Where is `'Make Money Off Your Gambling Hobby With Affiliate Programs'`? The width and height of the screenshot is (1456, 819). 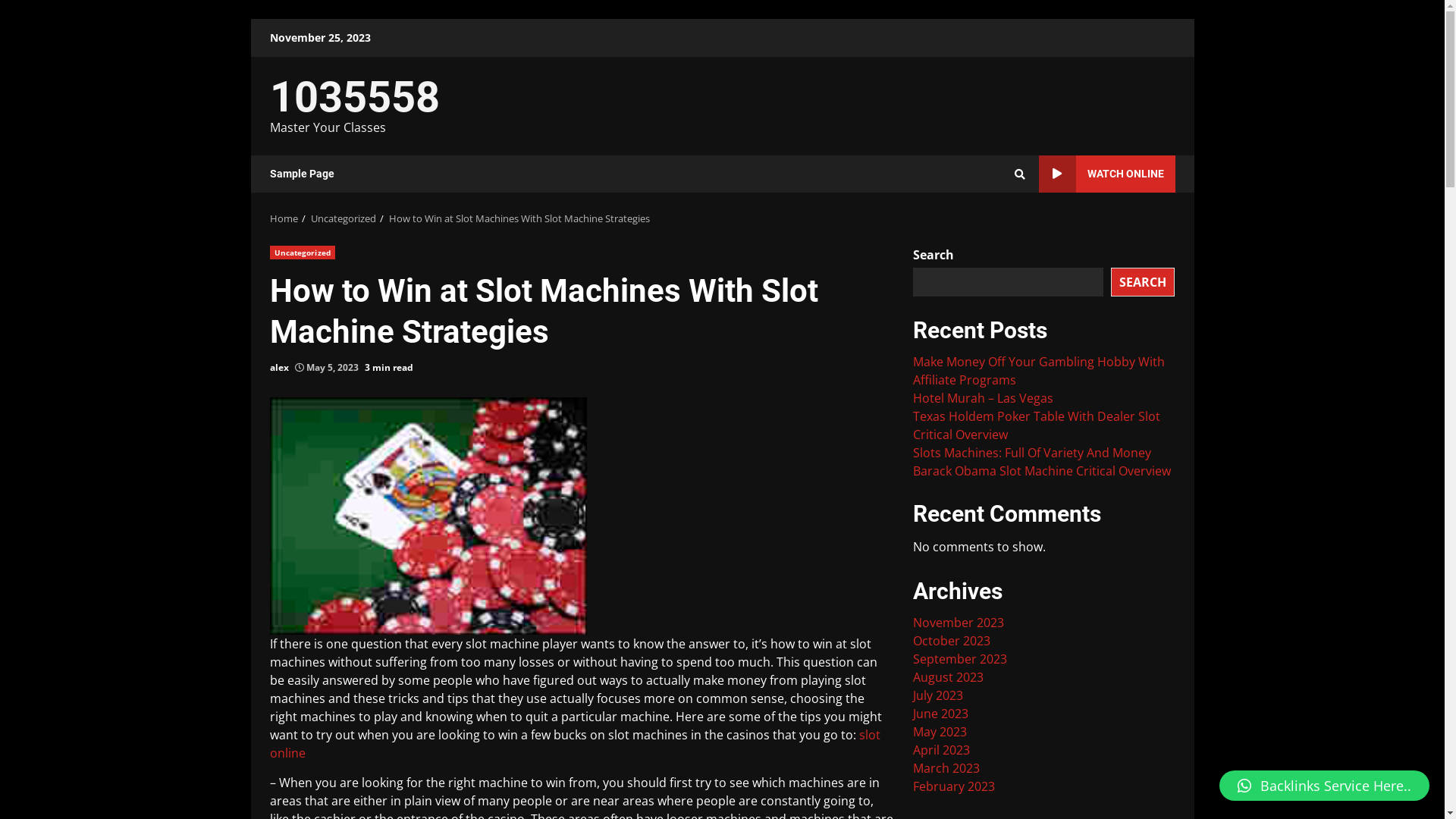 'Make Money Off Your Gambling Hobby With Affiliate Programs' is located at coordinates (912, 371).